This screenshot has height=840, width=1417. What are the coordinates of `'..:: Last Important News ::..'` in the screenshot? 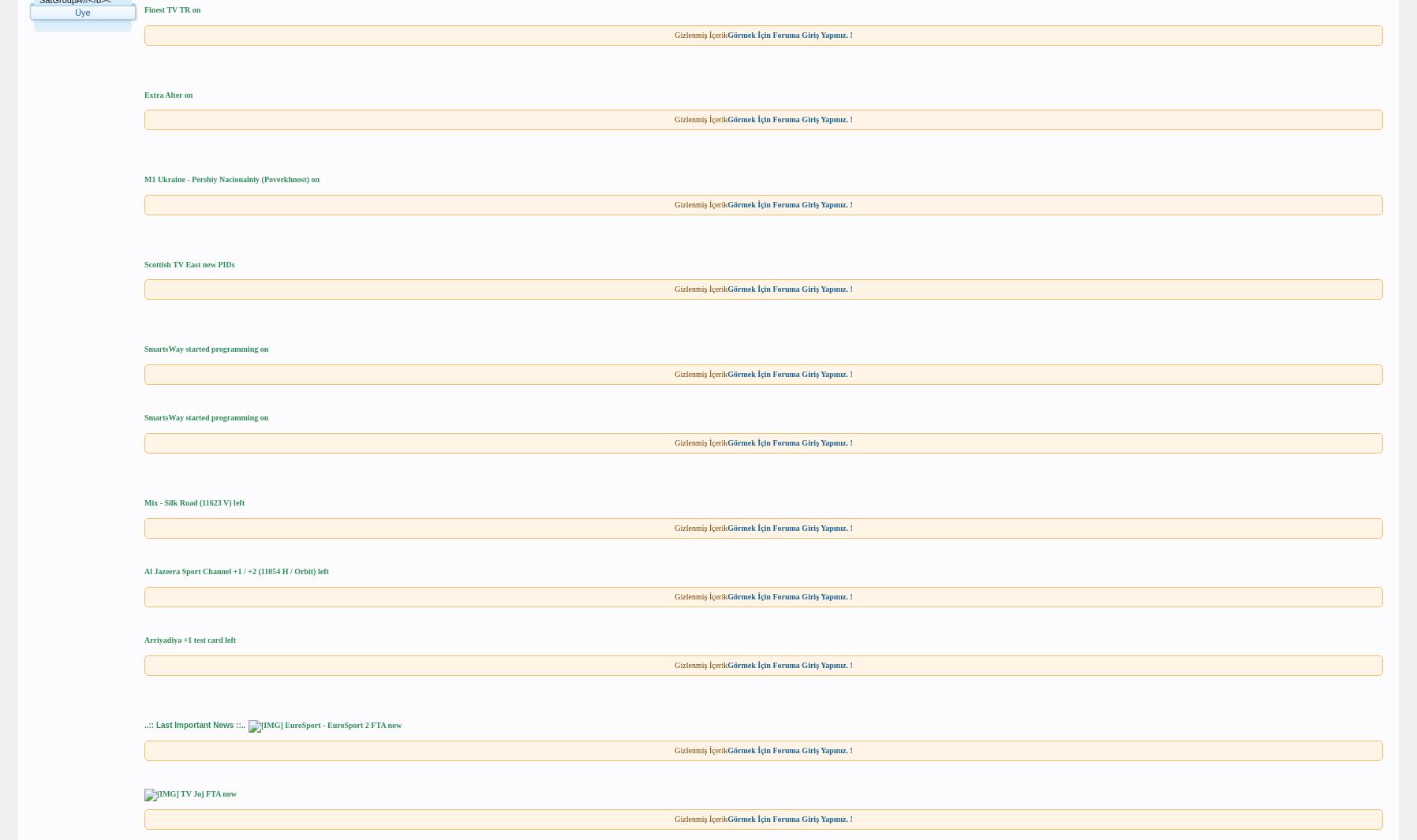 It's located at (194, 724).